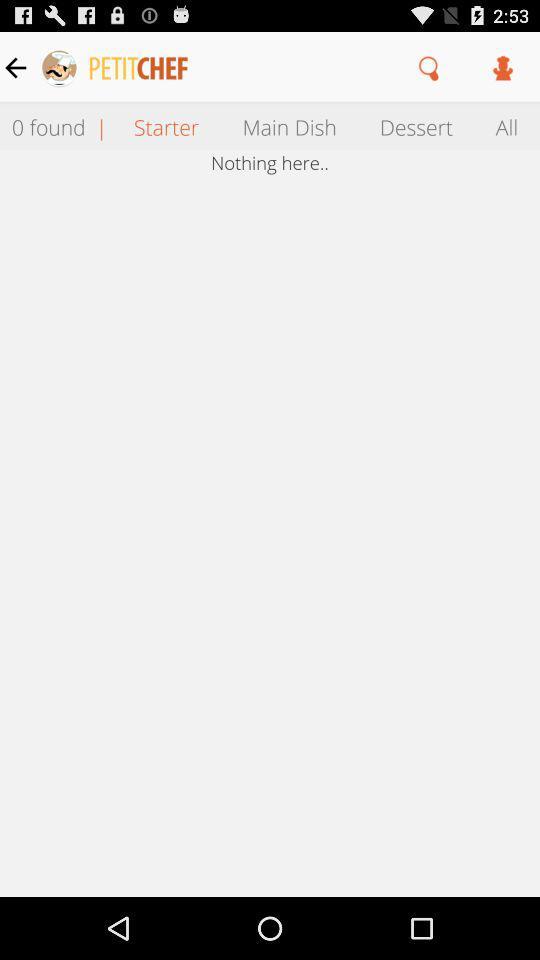  Describe the element at coordinates (165, 125) in the screenshot. I see `the item next to main dish` at that location.